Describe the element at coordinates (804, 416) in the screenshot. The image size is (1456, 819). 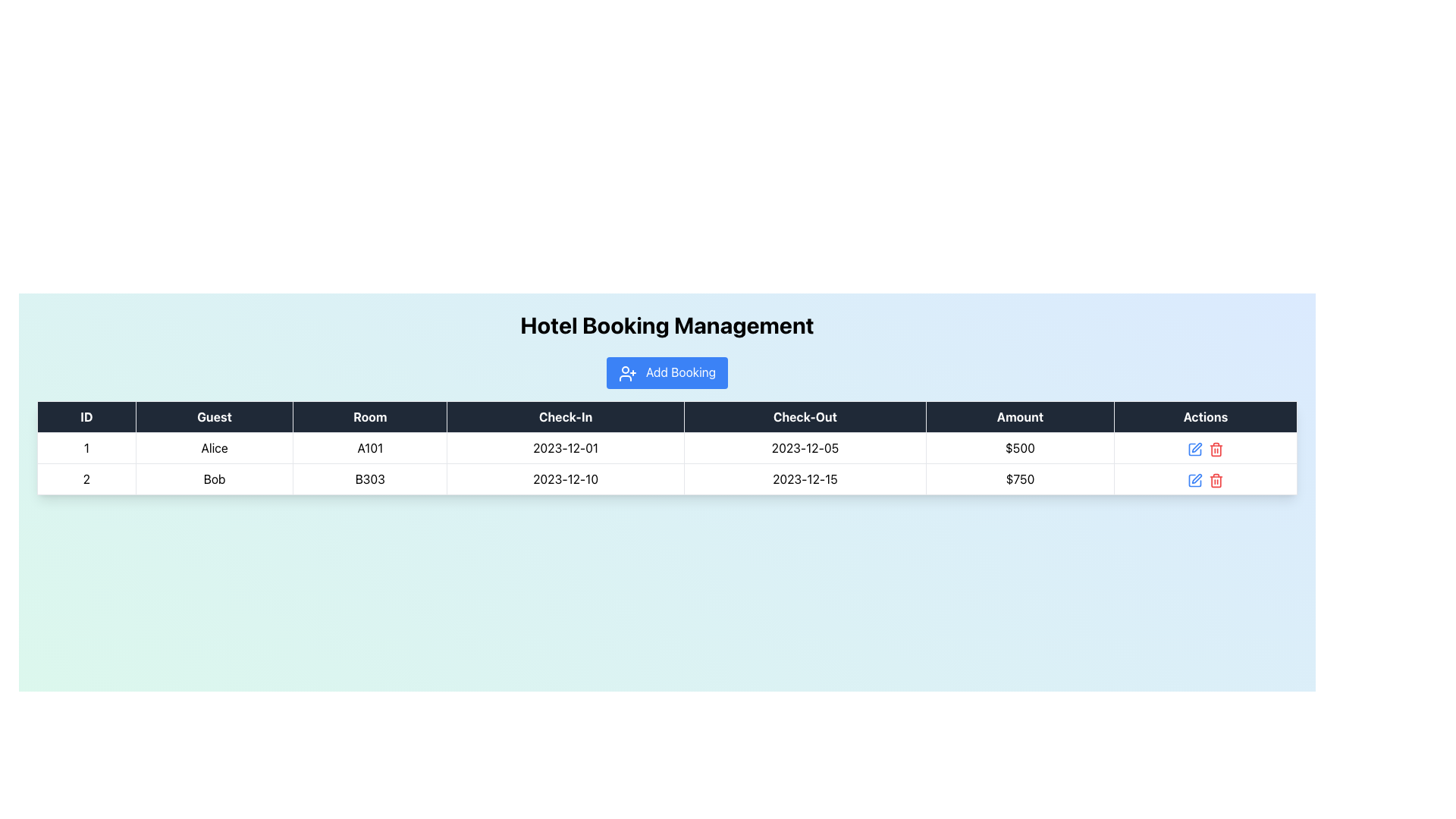
I see `the 'Check-Out' table header cell, which is the fifth header in a horizontal sequence that includes 'ID', 'Guest', 'Room', 'Check-In', 'Check-Out', 'Amount', and 'Actions'` at that location.